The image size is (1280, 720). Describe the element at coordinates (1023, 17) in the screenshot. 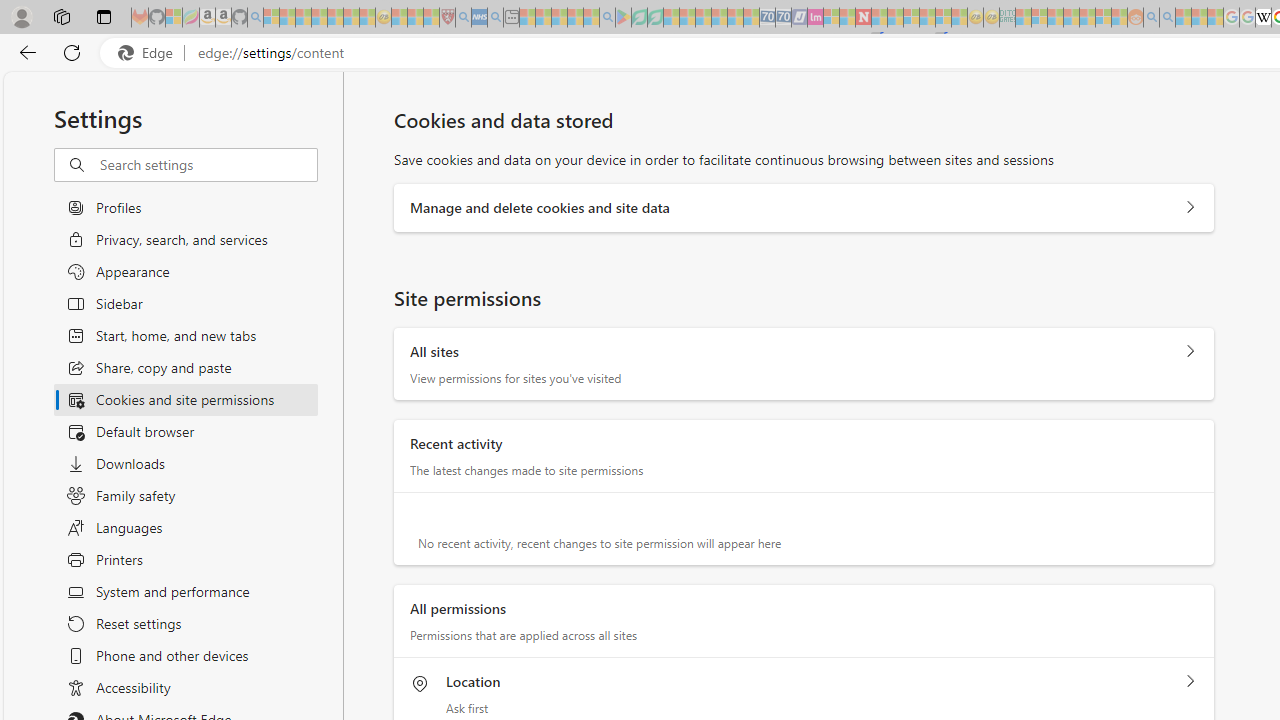

I see `'MSNBC - MSN - Sleeping'` at that location.